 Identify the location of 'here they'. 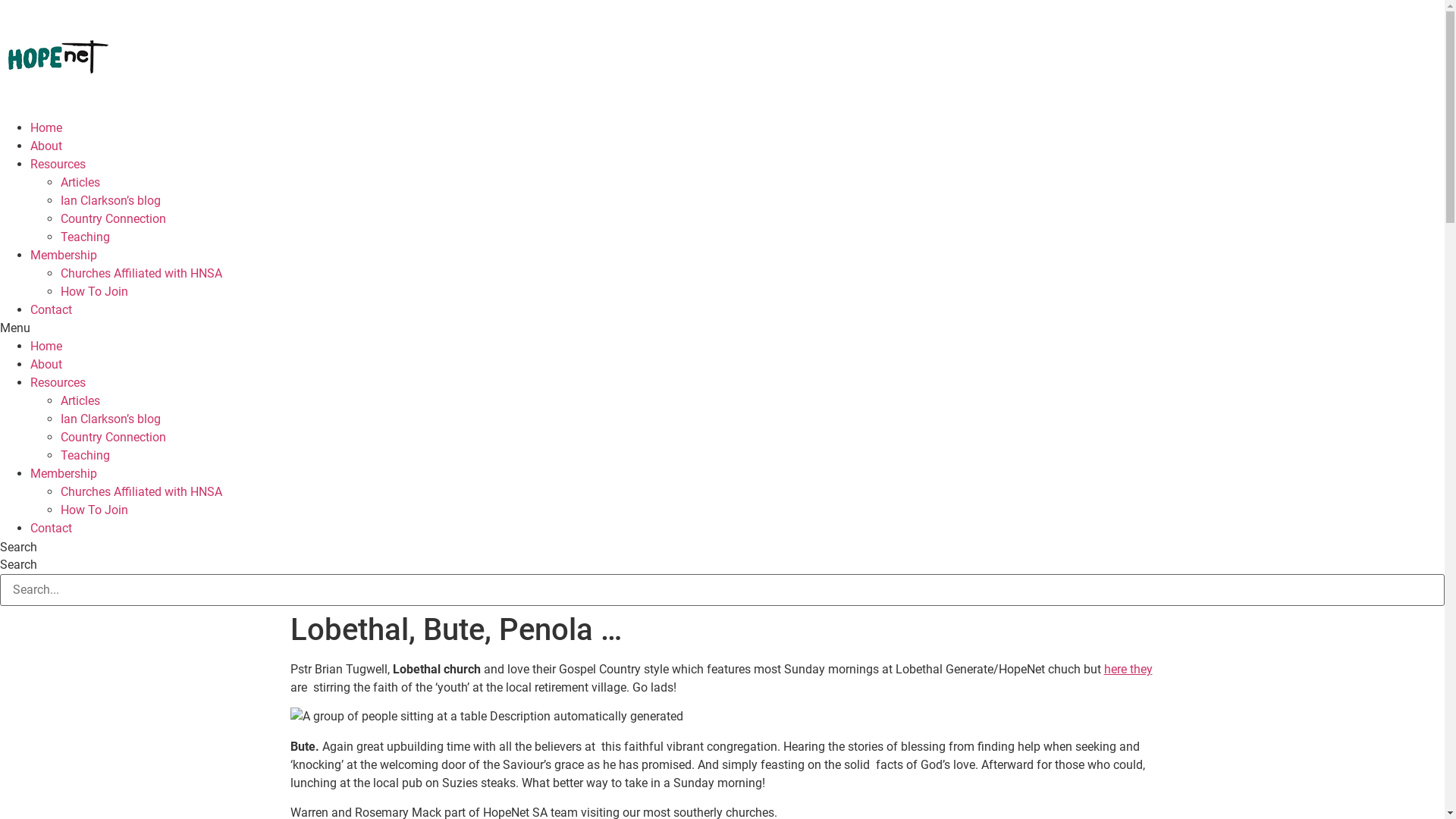
(1128, 668).